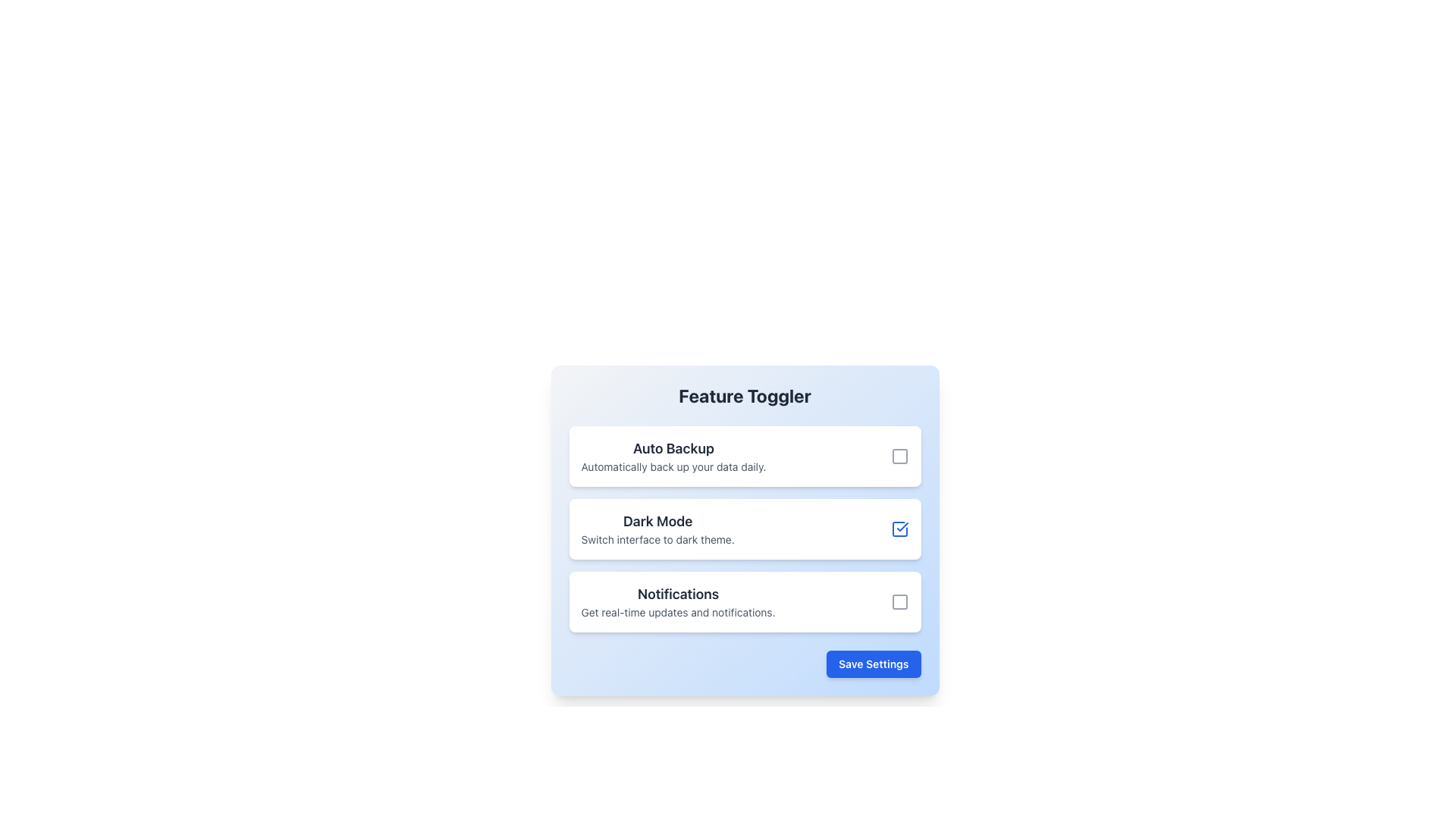 This screenshot has height=819, width=1456. I want to click on the heading element that serves as a title for the feature toggler section, which is centrally aligned above the listed features, so click(745, 394).